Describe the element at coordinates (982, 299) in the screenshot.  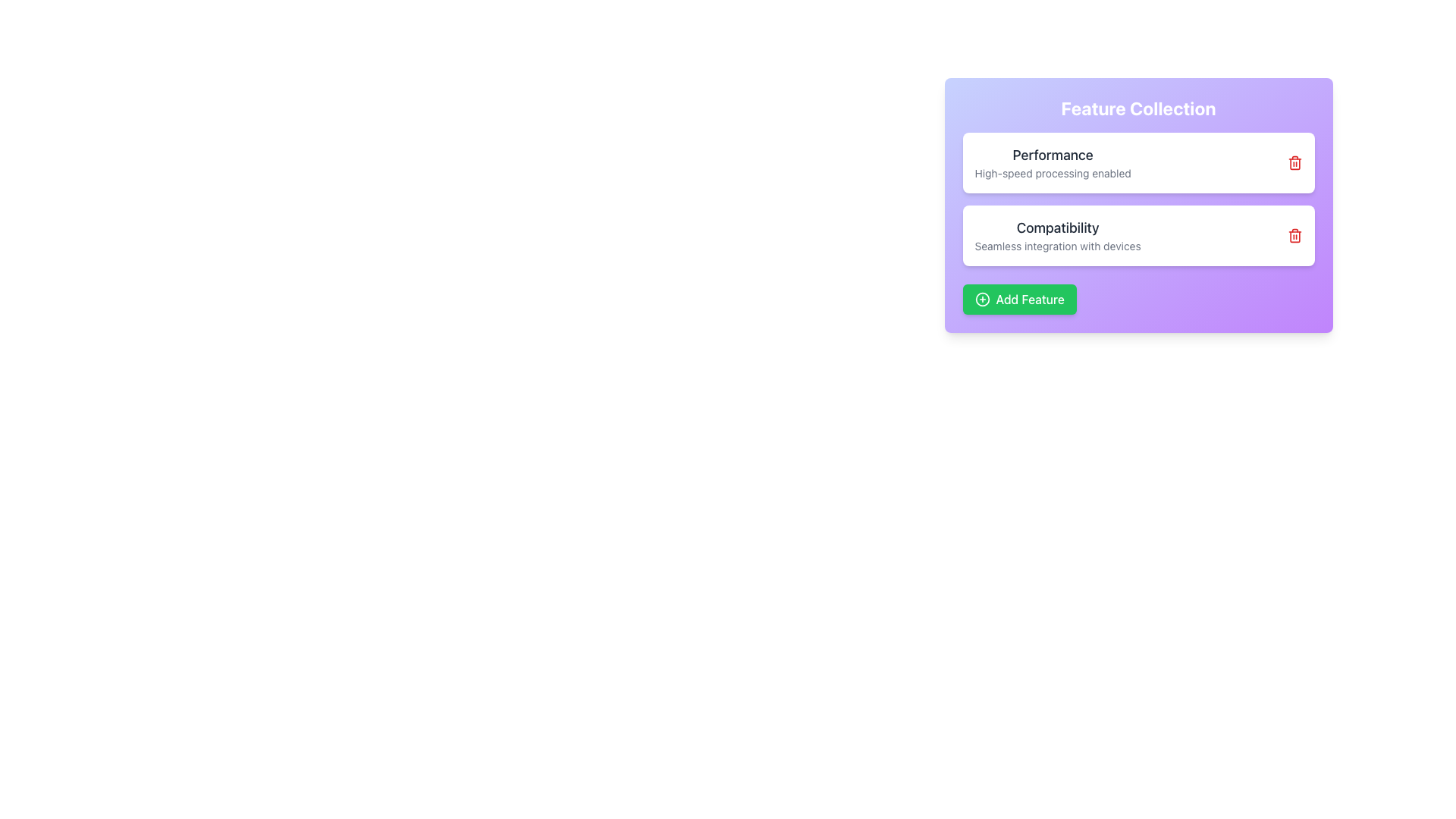
I see `the icon on the left side of the 'Add Feature' button within the 'Feature Collection' card to initiate the associated addition functionality` at that location.